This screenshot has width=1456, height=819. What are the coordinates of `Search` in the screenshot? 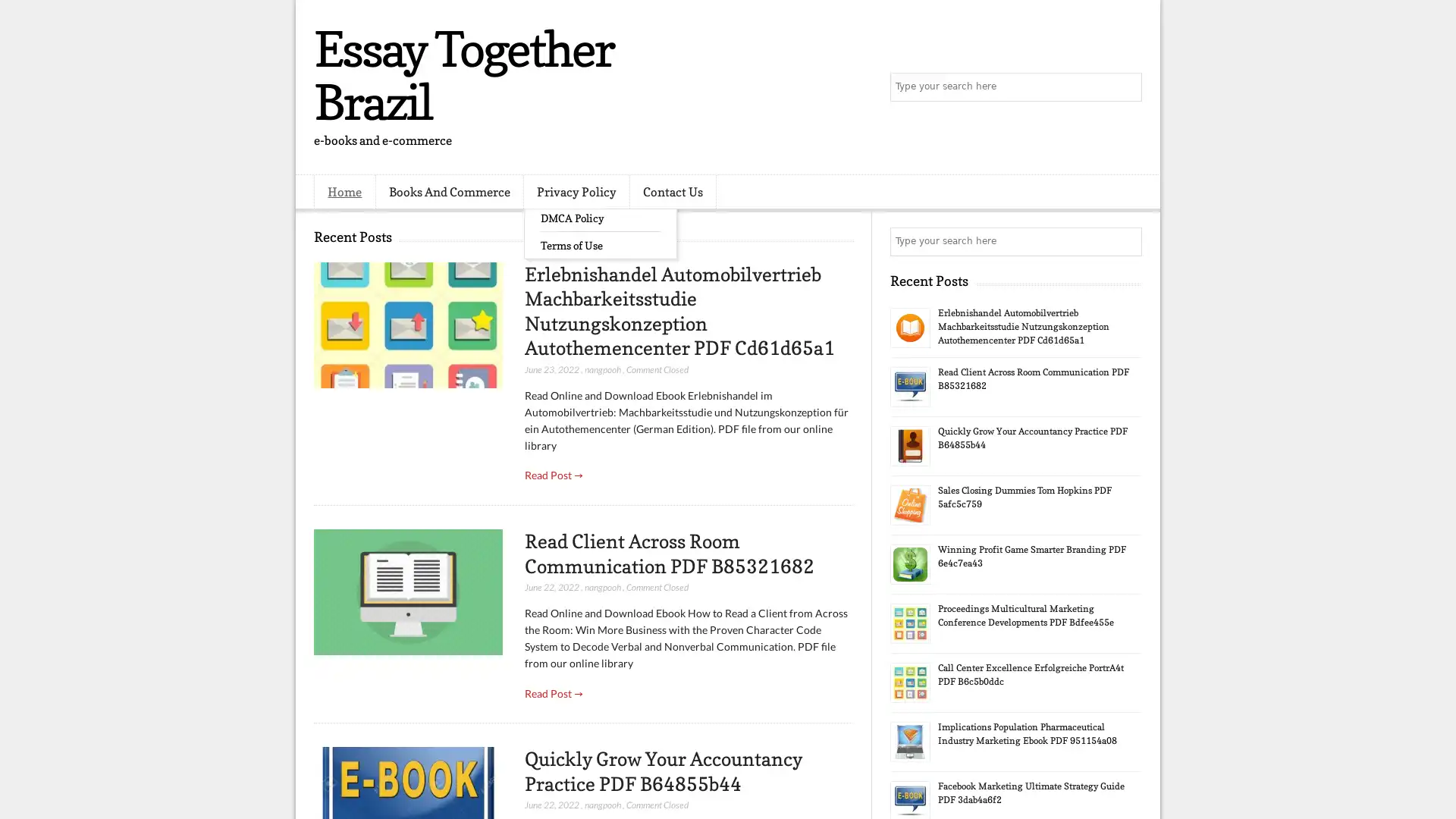 It's located at (1126, 241).